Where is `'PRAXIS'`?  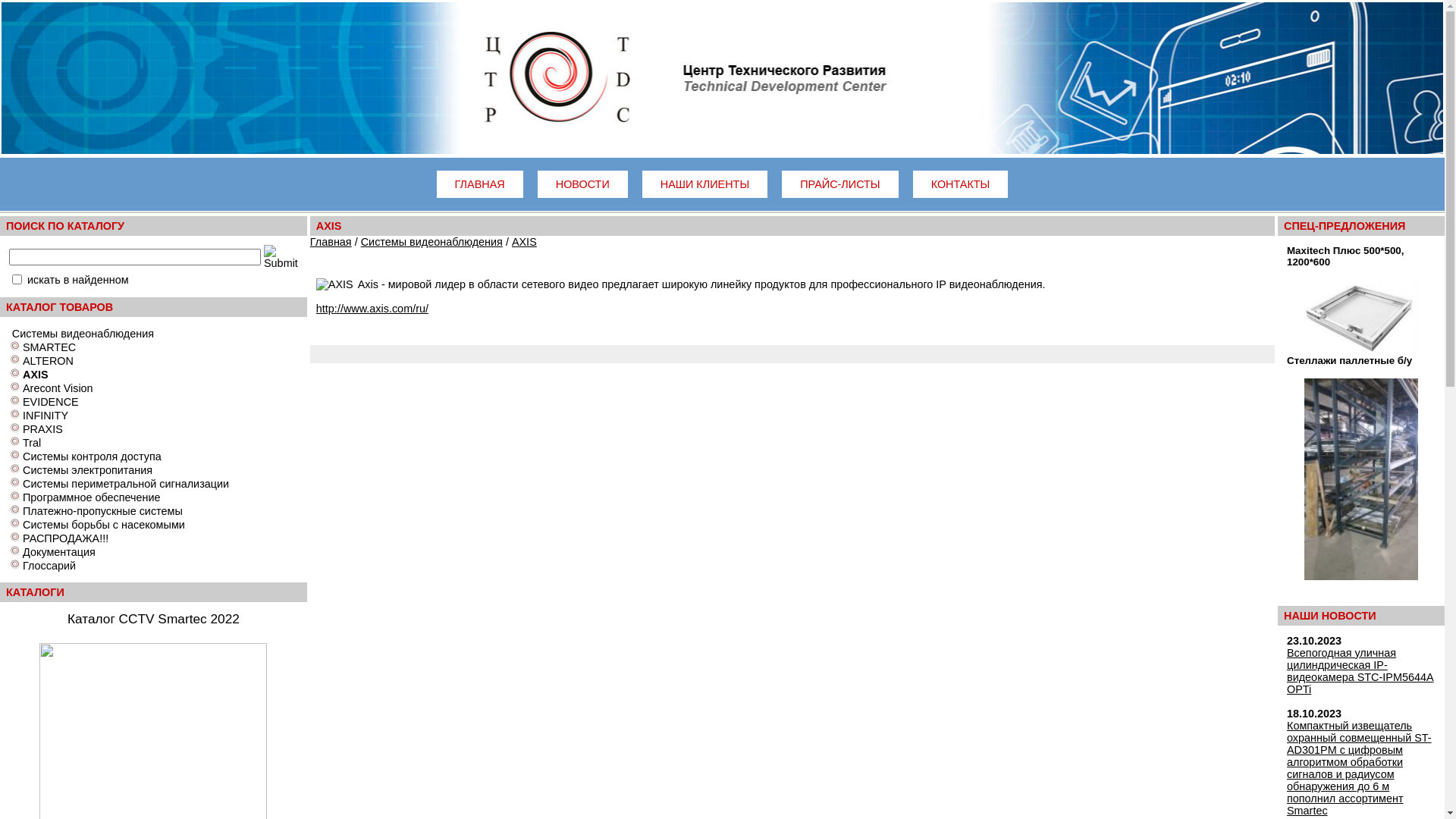 'PRAXIS' is located at coordinates (42, 429).